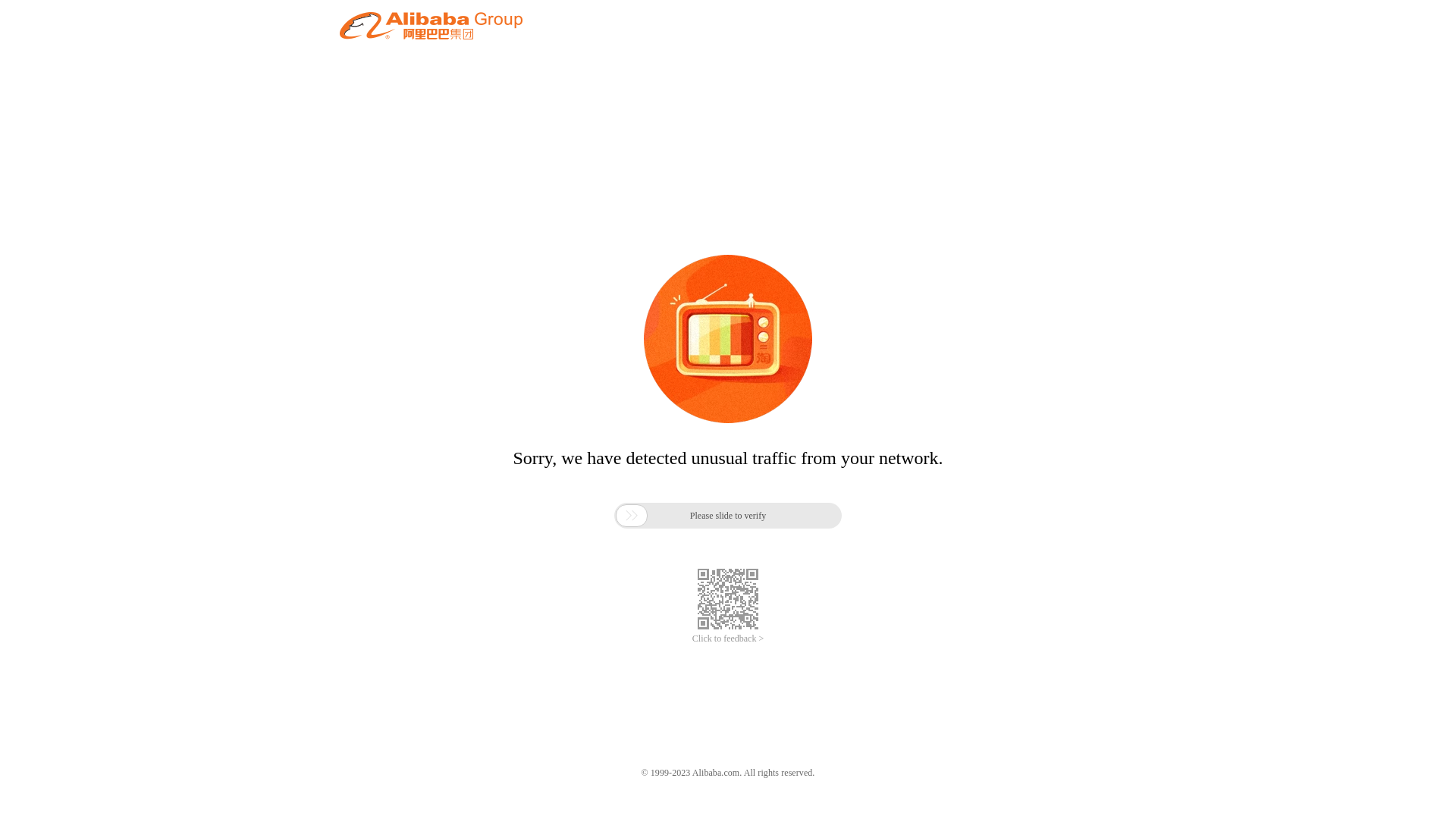 This screenshot has width=1456, height=819. I want to click on 'Click to feedback >', so click(728, 639).